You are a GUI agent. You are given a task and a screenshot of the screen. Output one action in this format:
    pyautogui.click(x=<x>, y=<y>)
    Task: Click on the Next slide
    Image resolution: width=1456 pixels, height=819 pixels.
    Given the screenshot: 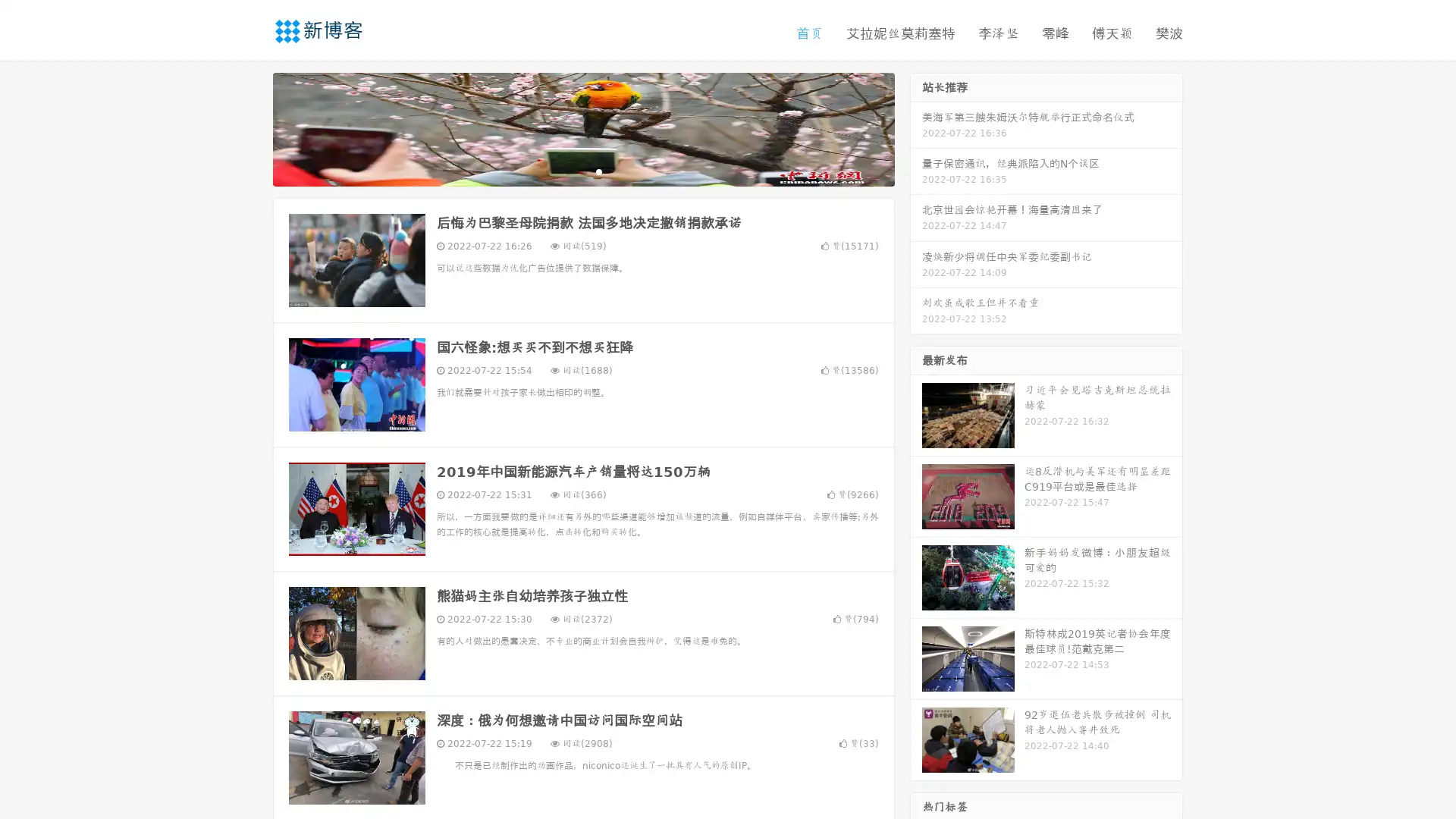 What is the action you would take?
    pyautogui.click(x=916, y=127)
    